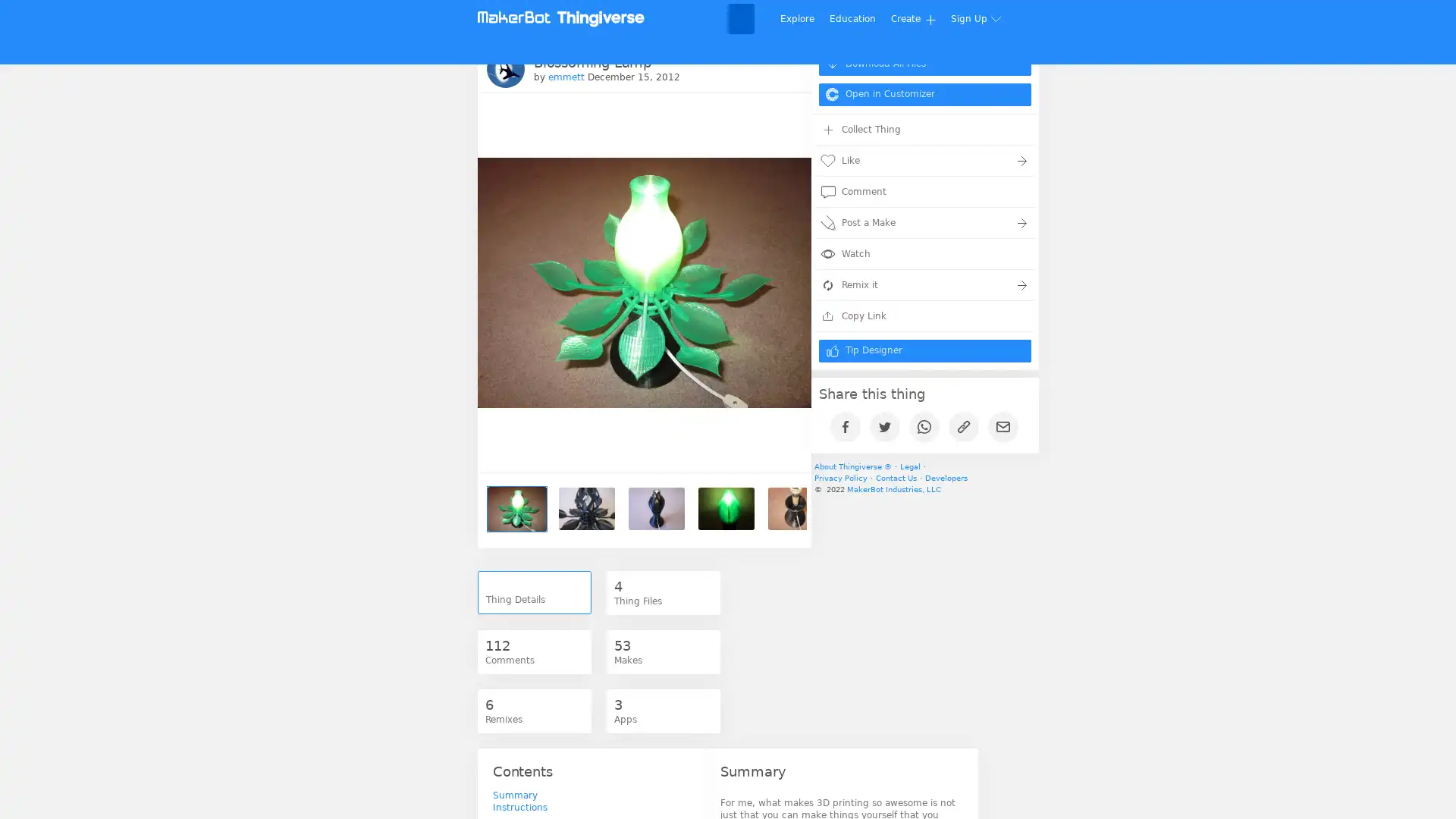 Image resolution: width=1456 pixels, height=819 pixels. What do you see at coordinates (796, 18) in the screenshot?
I see `Explore` at bounding box center [796, 18].